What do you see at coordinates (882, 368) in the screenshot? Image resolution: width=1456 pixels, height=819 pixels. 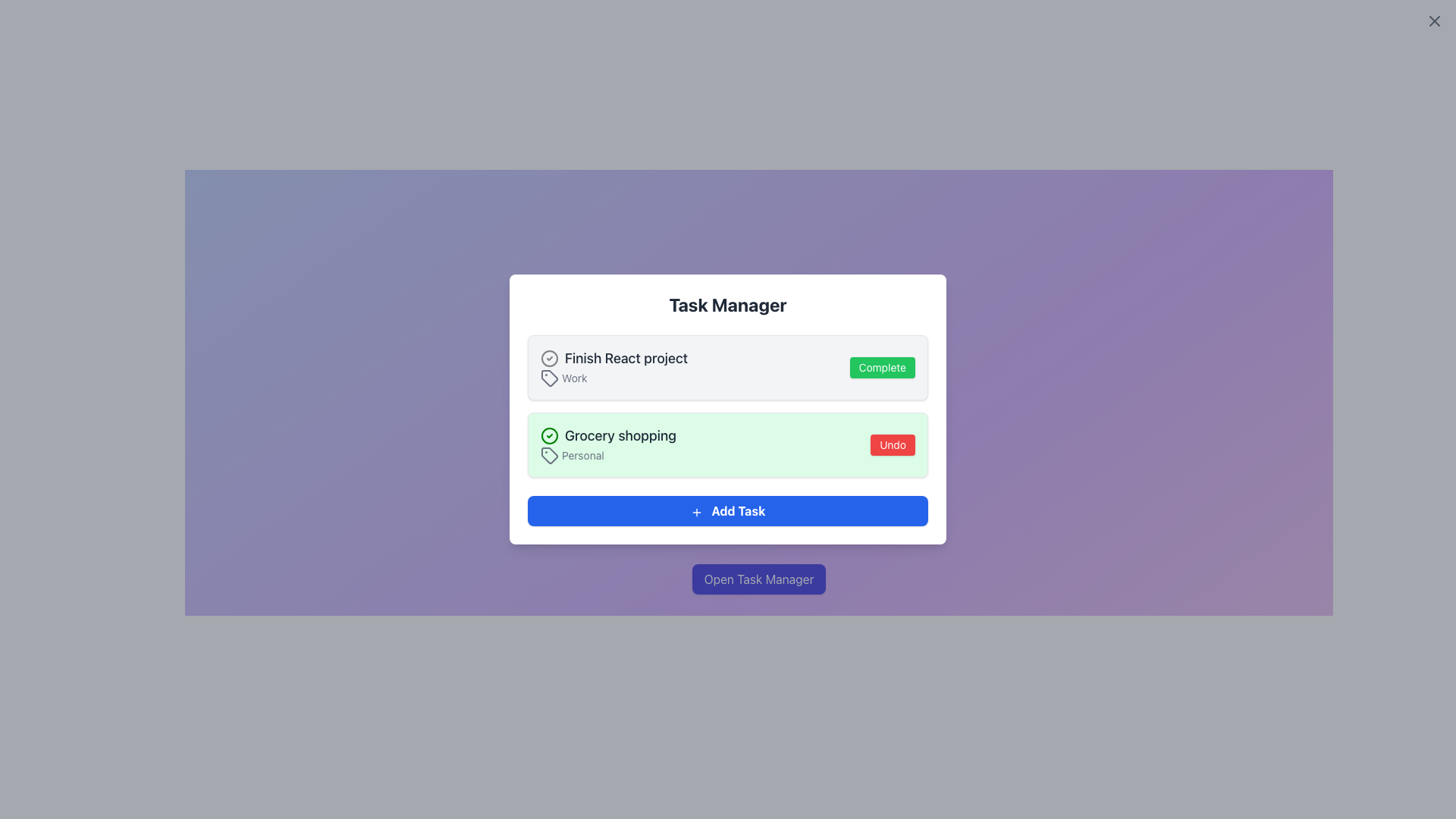 I see `the button on the right side of the task 'Finish React project' to mark it as completed` at bounding box center [882, 368].